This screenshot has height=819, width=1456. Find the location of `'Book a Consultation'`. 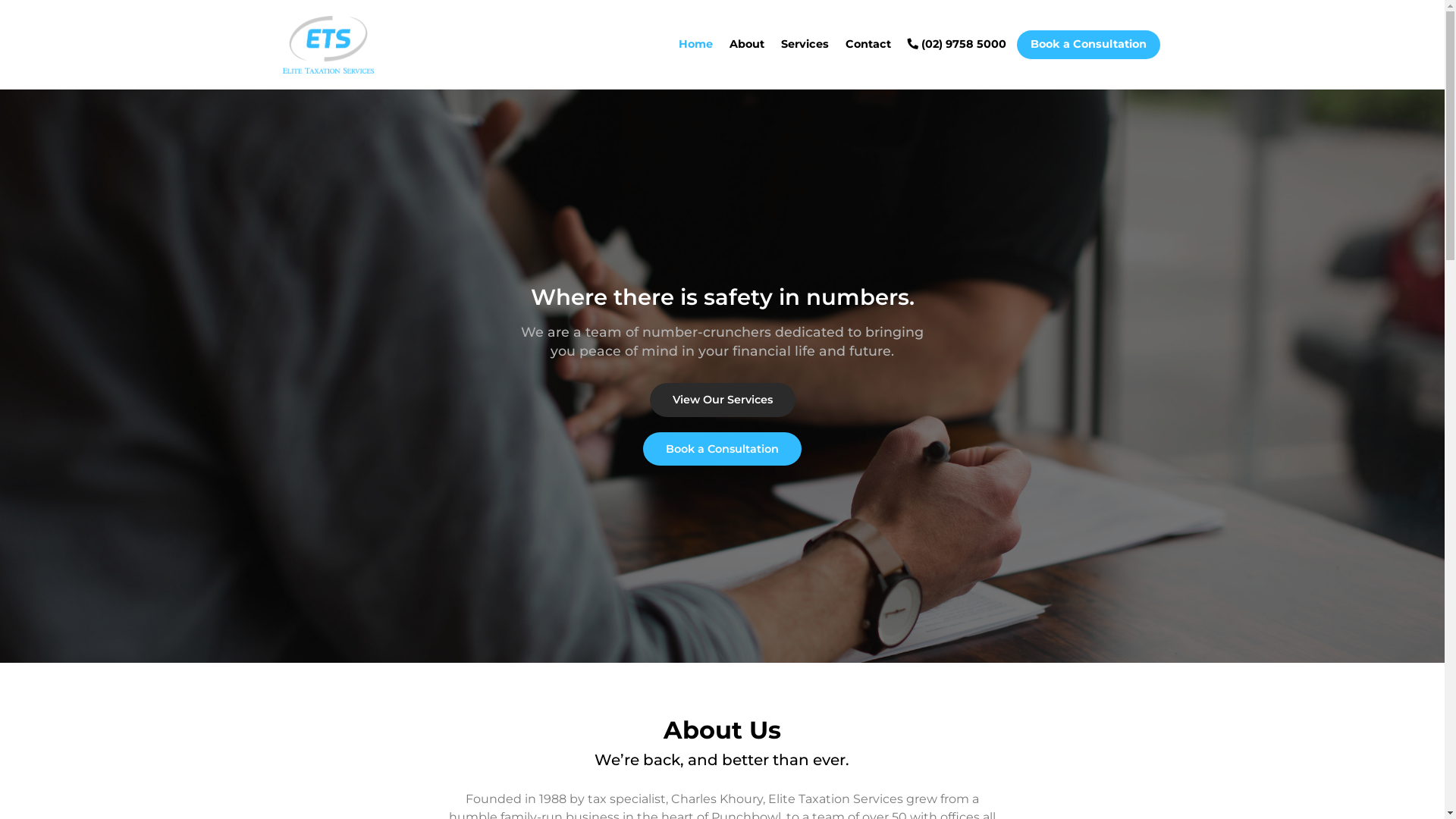

'Book a Consultation' is located at coordinates (721, 447).